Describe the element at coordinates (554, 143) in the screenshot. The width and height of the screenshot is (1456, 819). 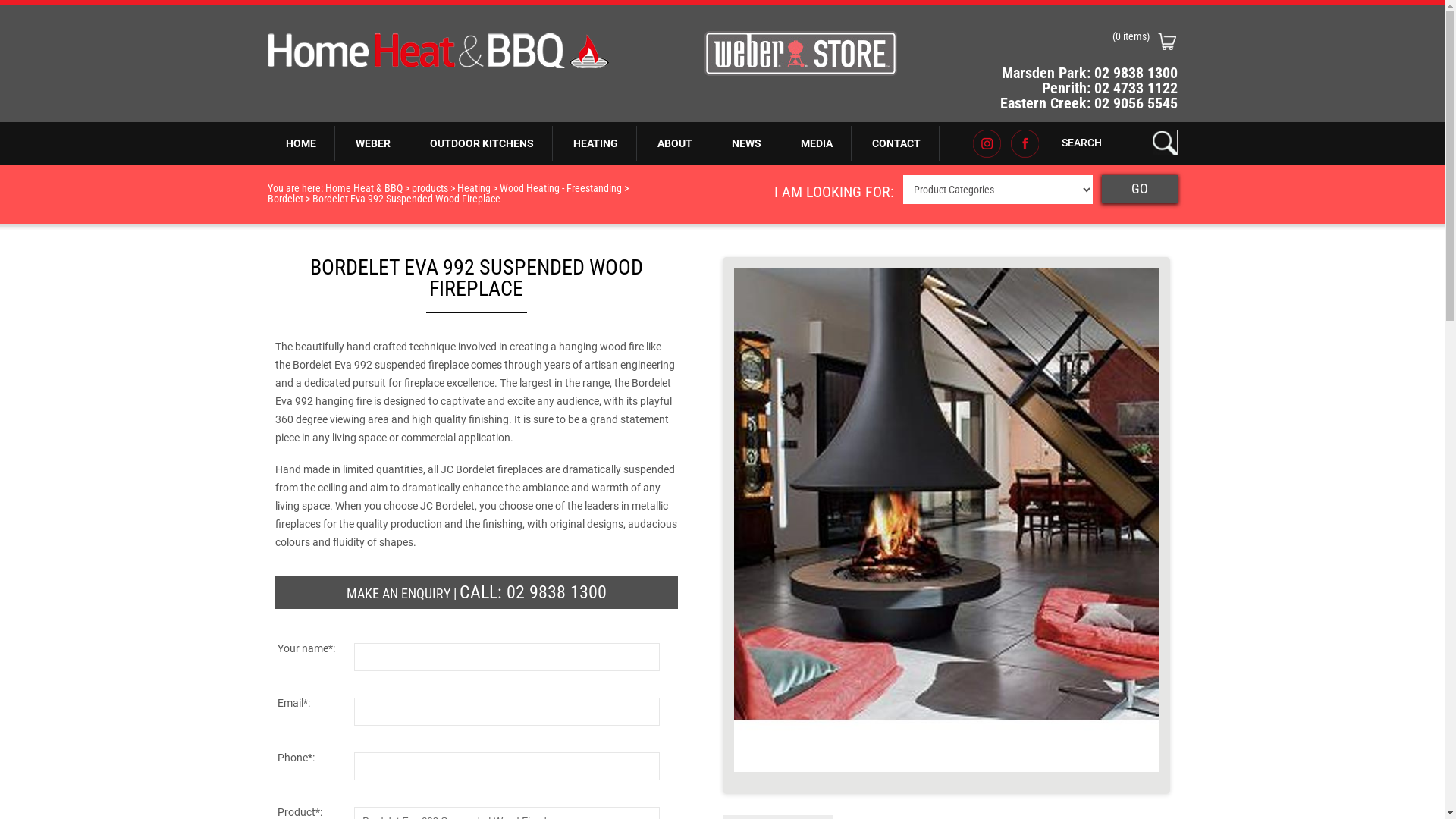
I see `'HEATING'` at that location.